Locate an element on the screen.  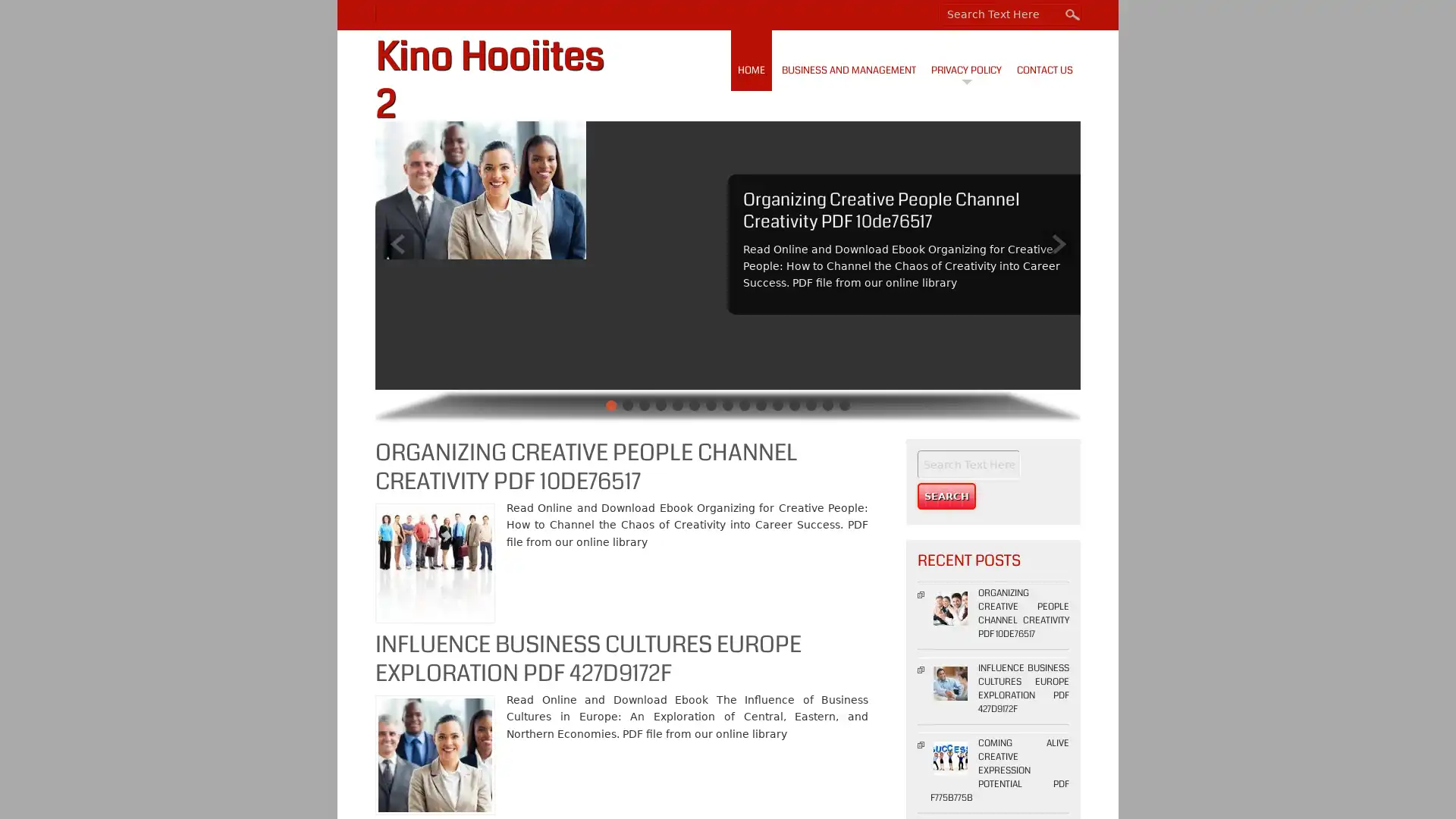
Search is located at coordinates (946, 496).